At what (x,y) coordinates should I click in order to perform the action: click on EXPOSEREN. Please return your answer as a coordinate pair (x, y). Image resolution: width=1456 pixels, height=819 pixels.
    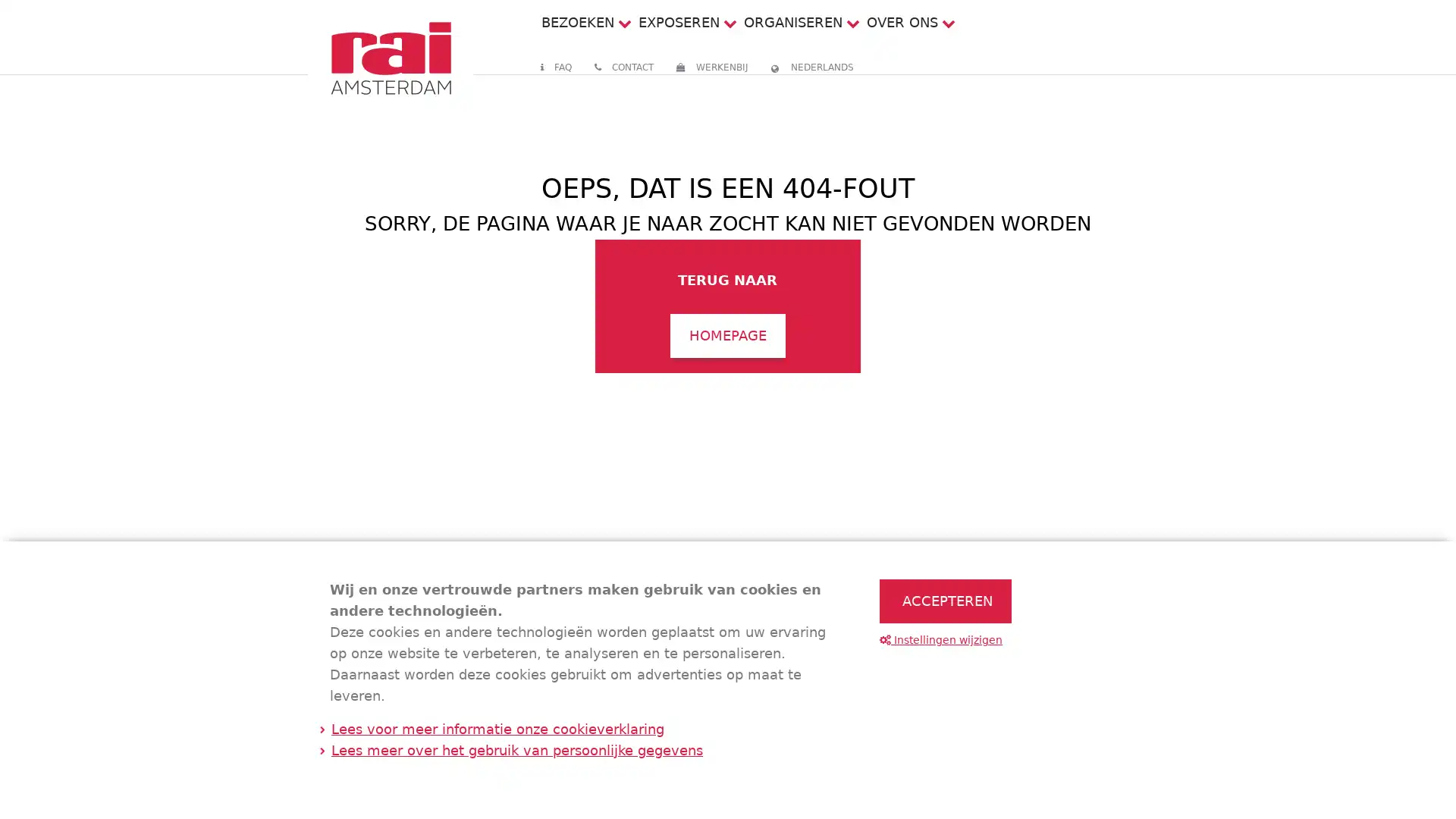
    Looking at the image, I should click on (677, 22).